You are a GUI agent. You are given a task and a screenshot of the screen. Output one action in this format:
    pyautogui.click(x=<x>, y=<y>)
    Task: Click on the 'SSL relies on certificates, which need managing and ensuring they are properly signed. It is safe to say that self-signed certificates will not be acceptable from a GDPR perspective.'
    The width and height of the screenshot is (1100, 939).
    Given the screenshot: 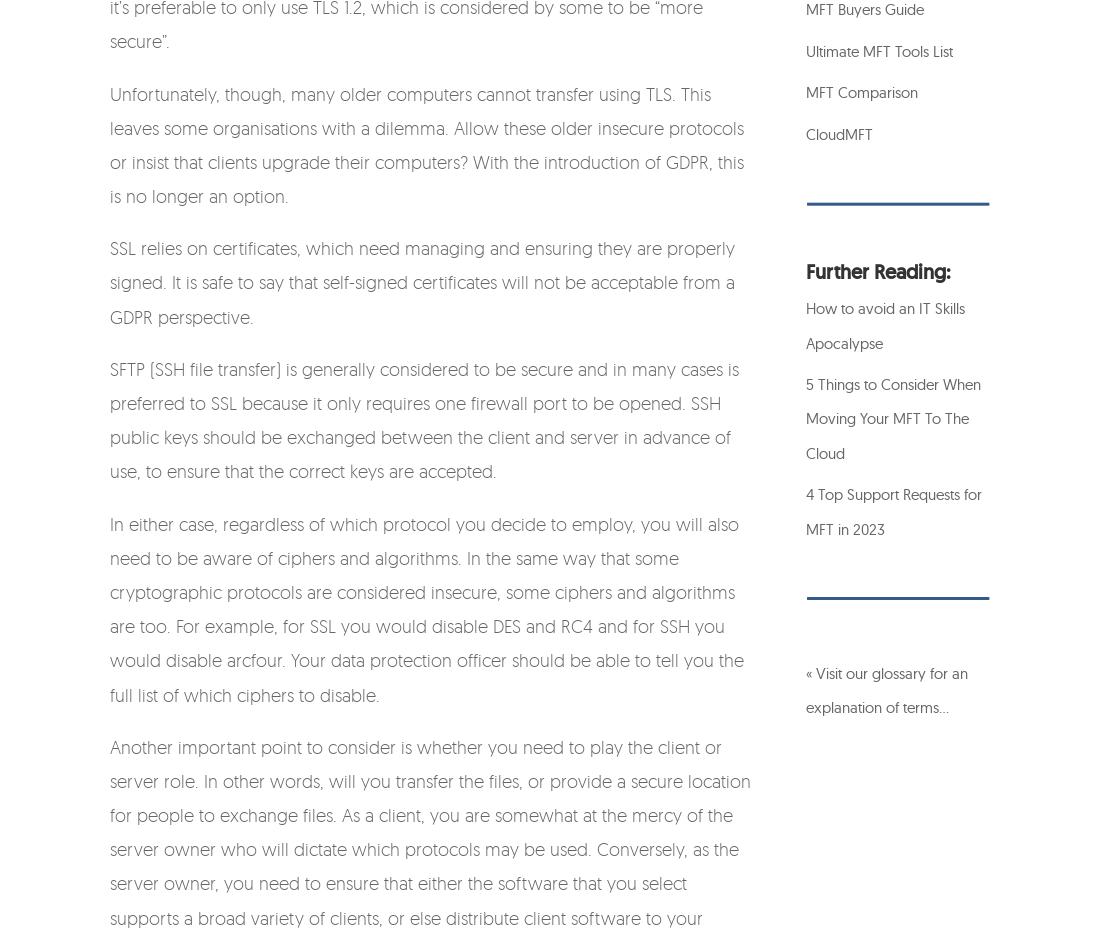 What is the action you would take?
    pyautogui.click(x=421, y=280)
    